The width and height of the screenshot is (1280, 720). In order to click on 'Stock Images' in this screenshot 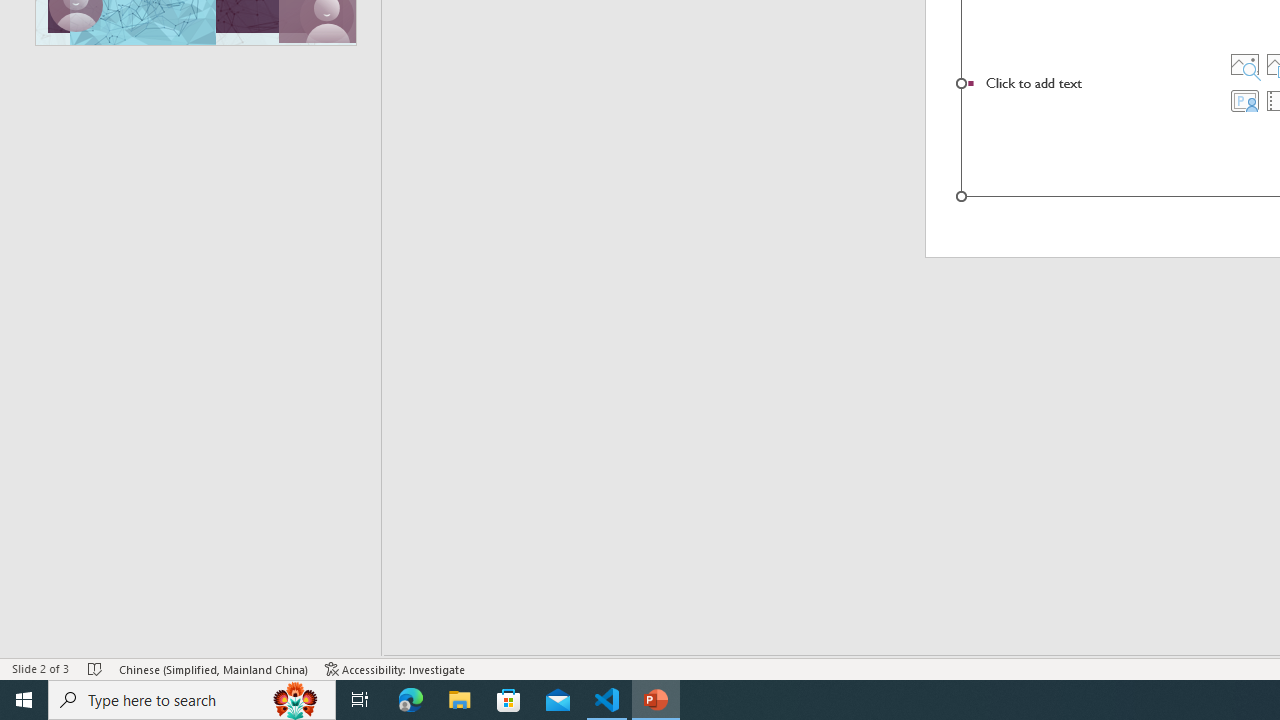, I will do `click(1243, 63)`.